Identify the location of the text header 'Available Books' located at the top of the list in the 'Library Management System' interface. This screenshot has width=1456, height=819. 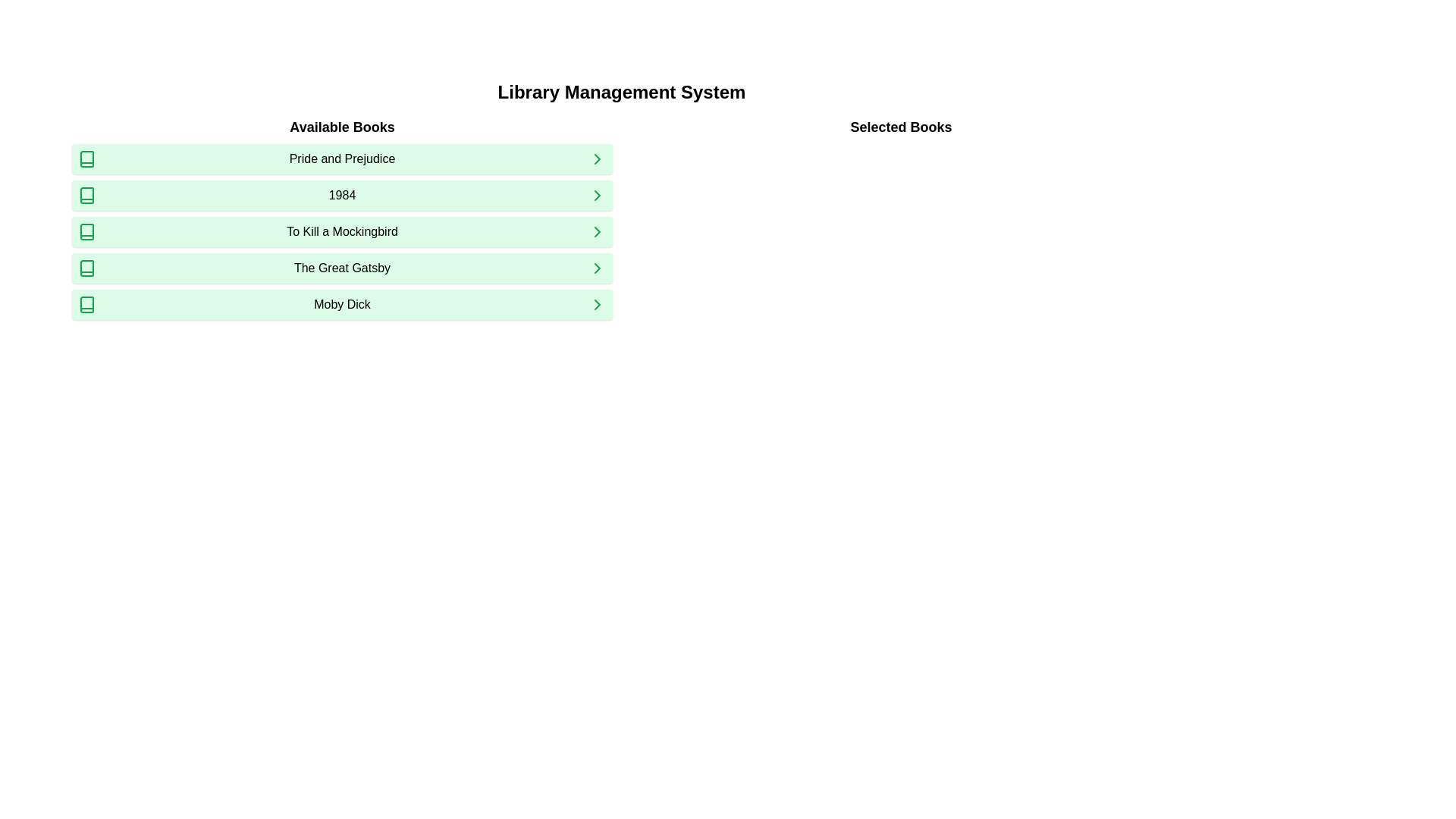
(341, 218).